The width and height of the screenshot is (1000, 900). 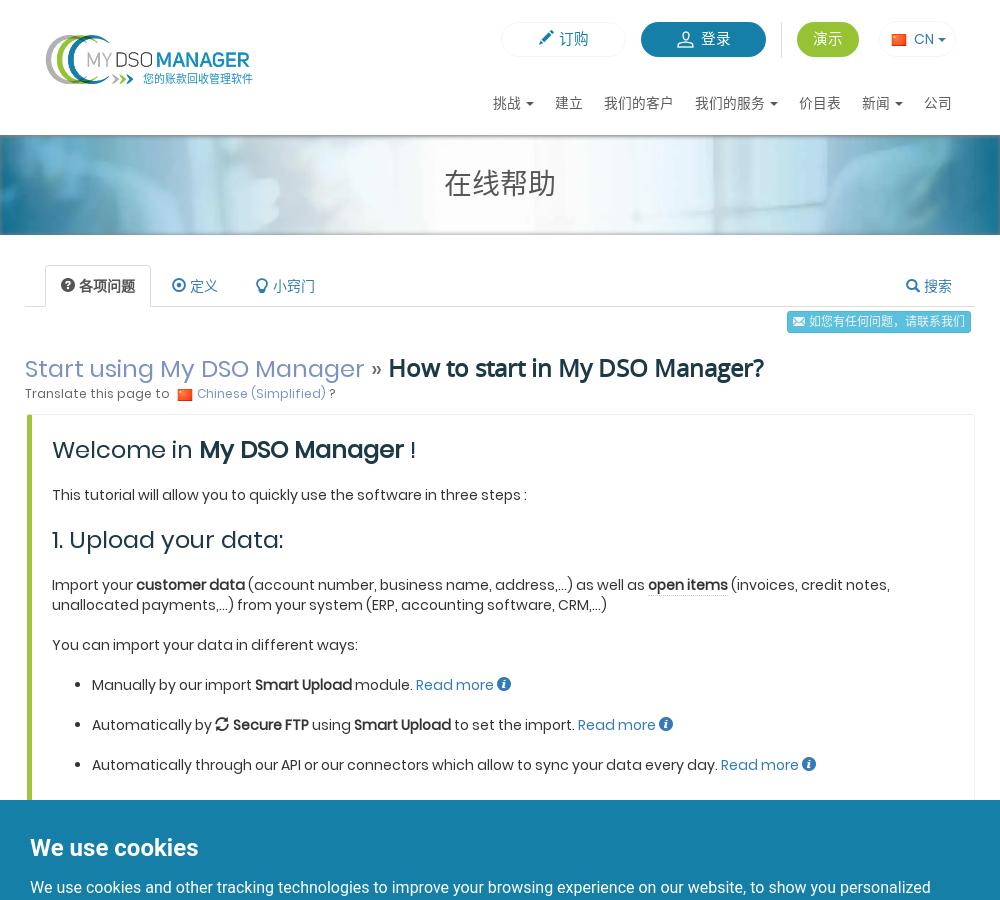 I want to click on 'open items', so click(x=688, y=585).